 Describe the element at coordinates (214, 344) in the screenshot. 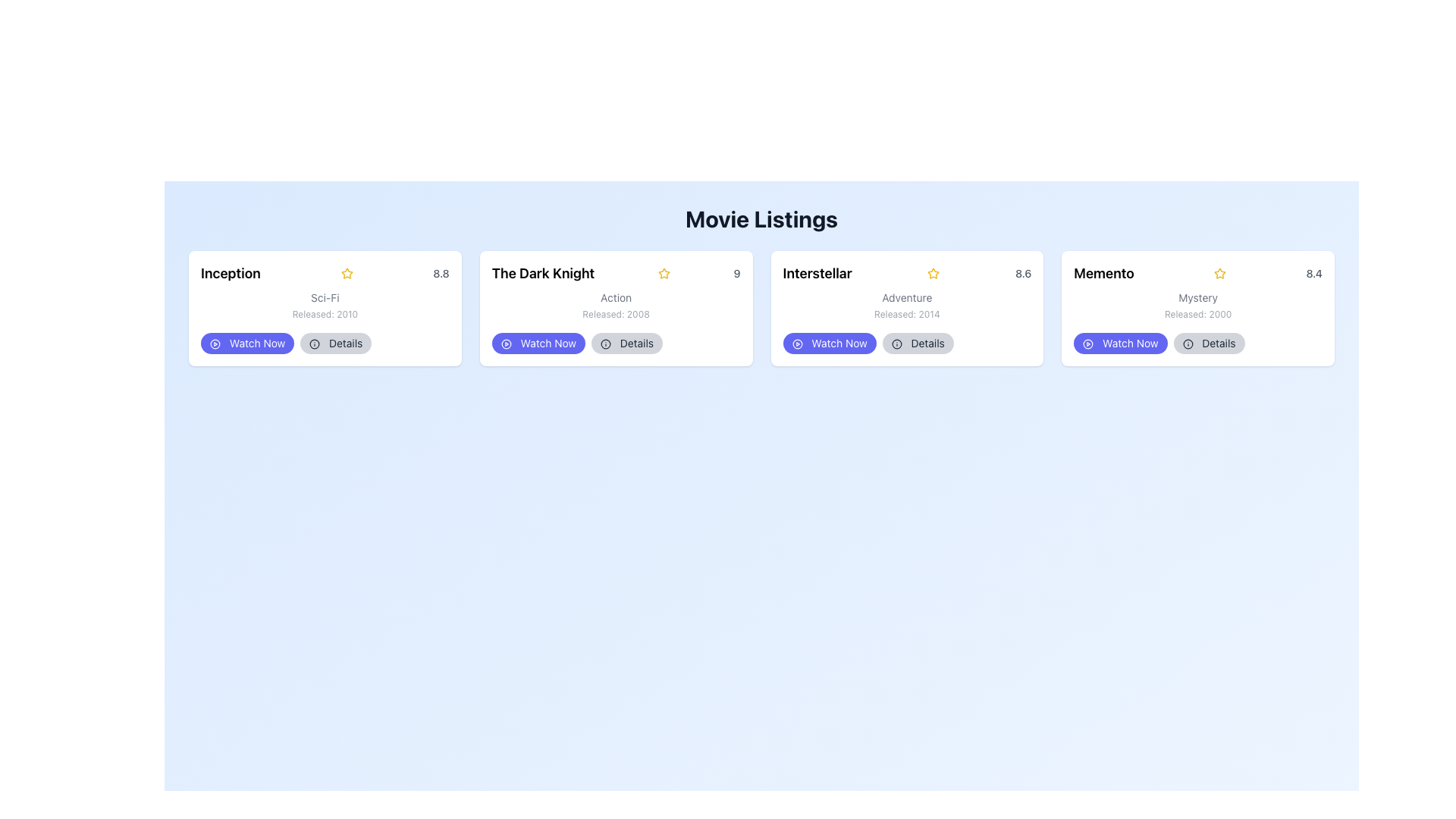

I see `the Decorative Circle element within the play button icon in the 'Inception' movie block of the Movie Listings interface` at that location.